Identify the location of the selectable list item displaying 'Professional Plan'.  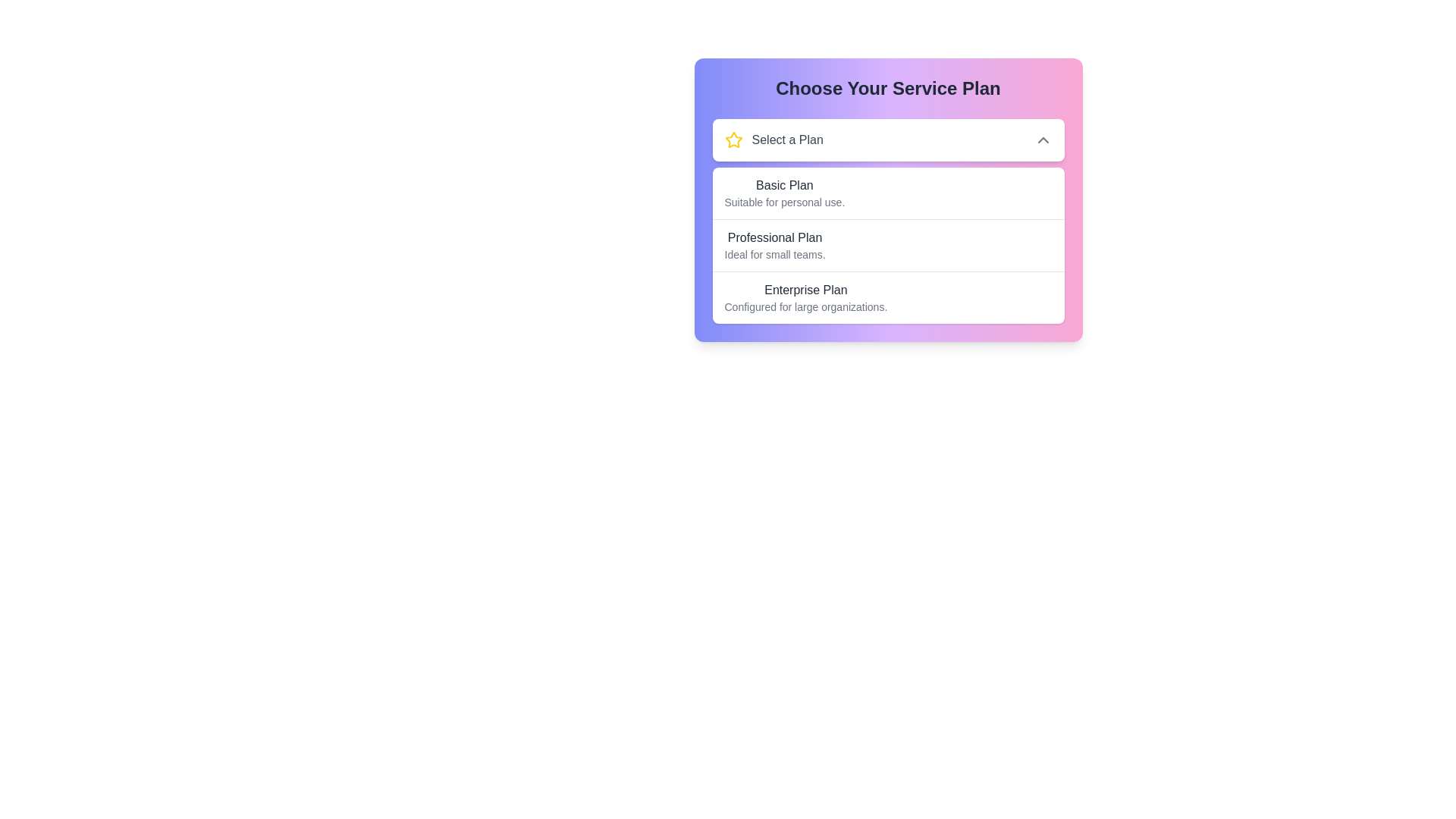
(888, 244).